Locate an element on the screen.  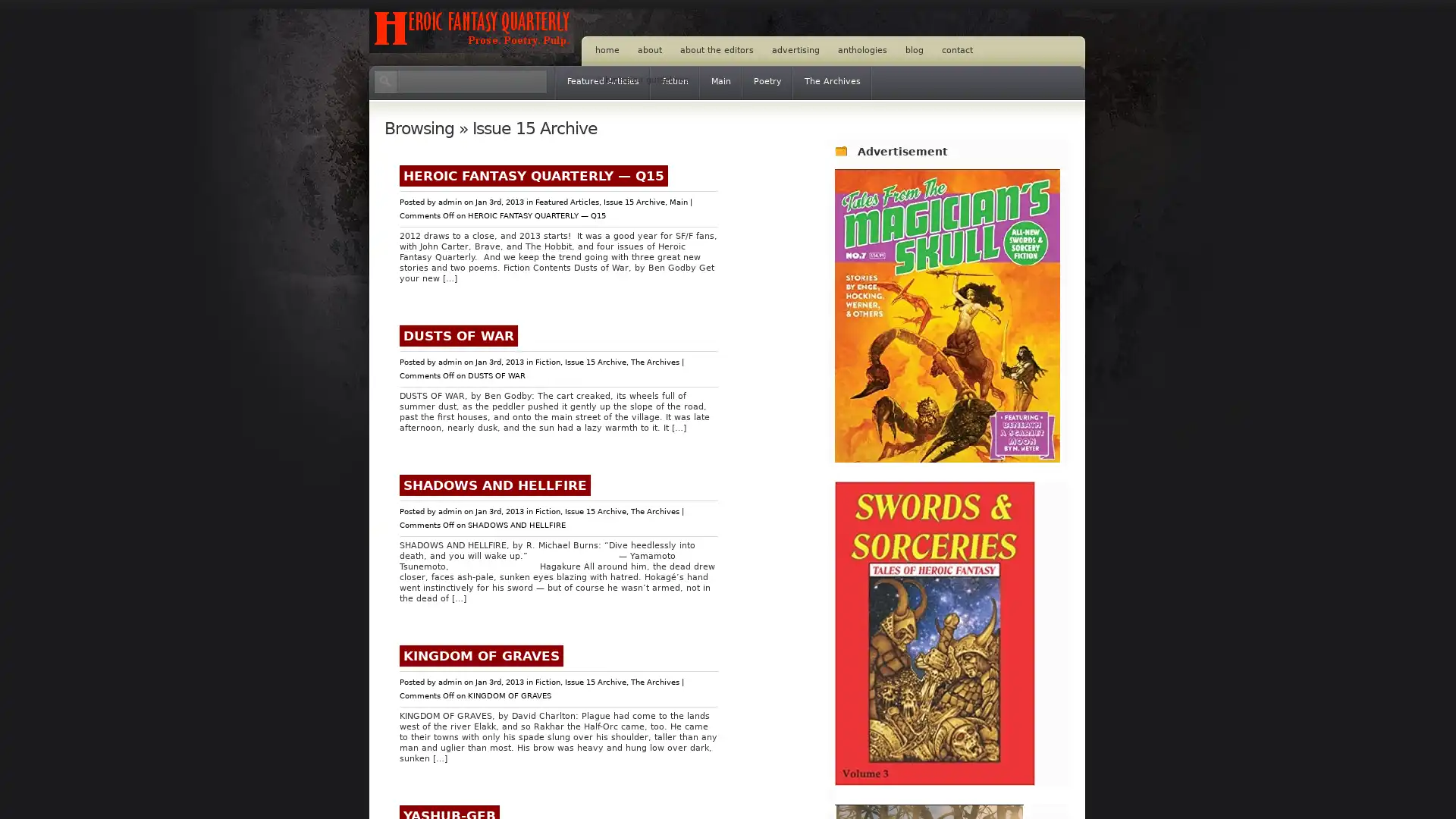
Search is located at coordinates (385, 82).